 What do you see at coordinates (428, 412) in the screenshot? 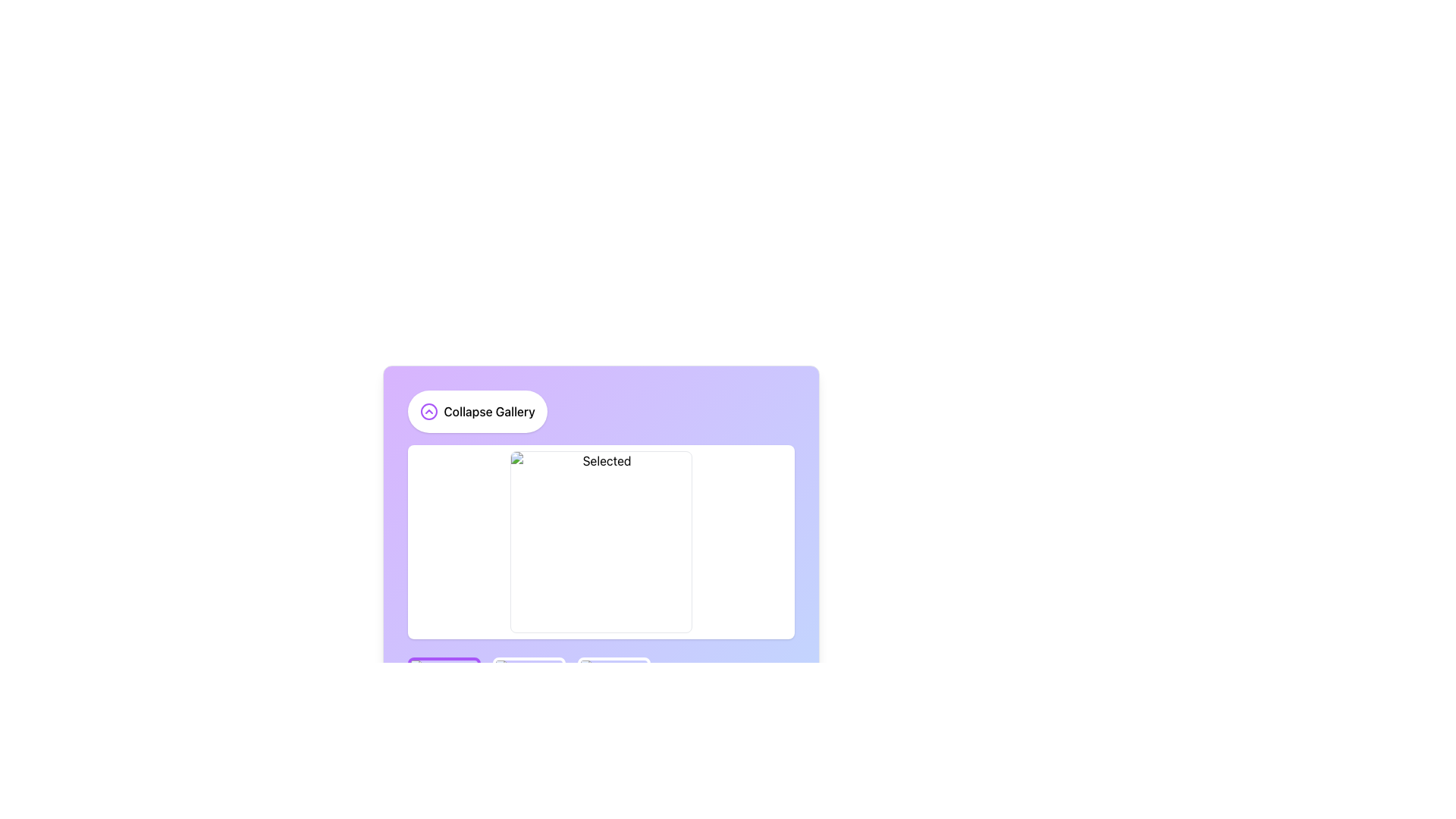
I see `the Icon Button located at the top-left corner of the light purple panel, which is next to the text 'Collapse Gallery'` at bounding box center [428, 412].